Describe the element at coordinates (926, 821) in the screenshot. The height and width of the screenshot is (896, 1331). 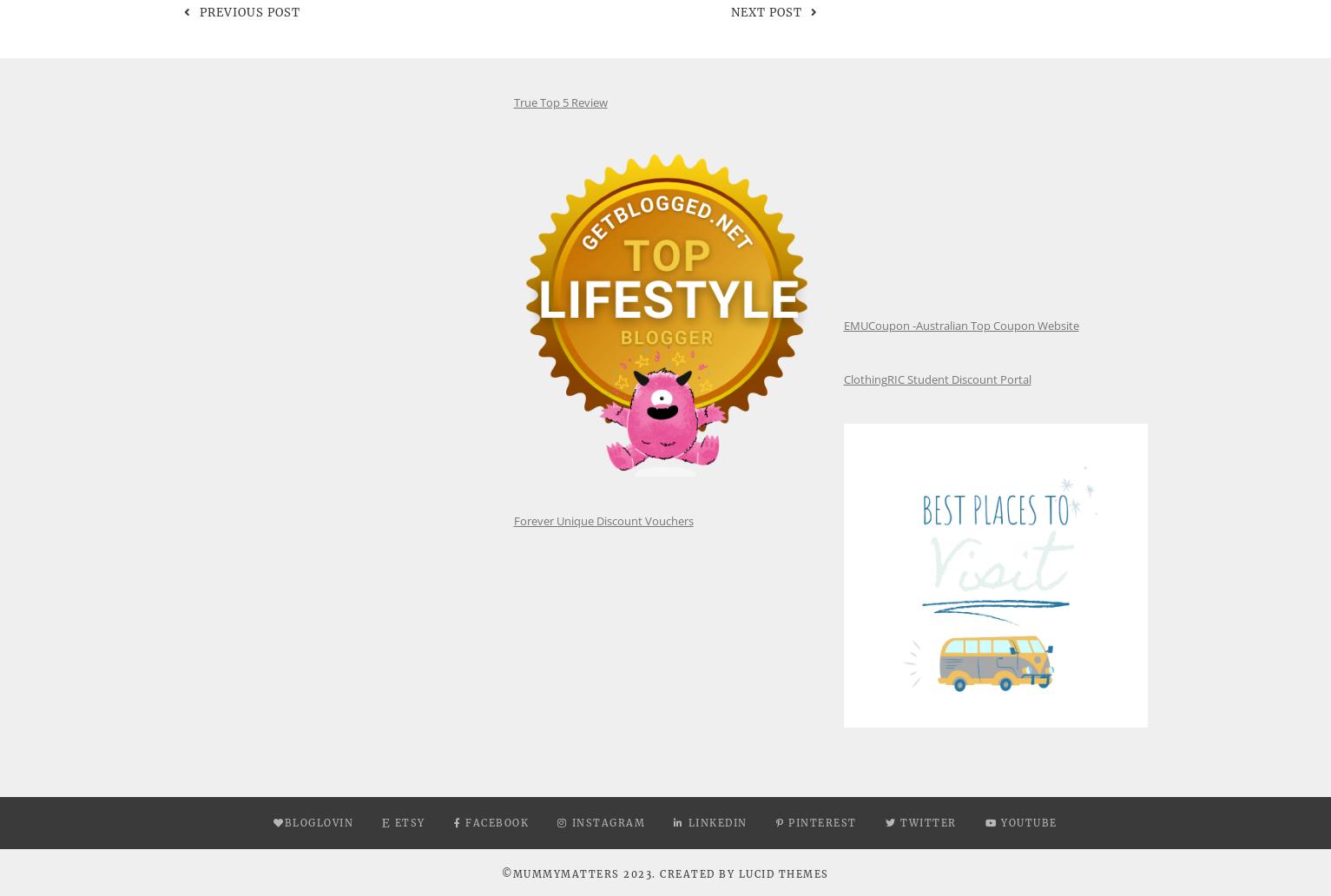
I see `'Twitter'` at that location.